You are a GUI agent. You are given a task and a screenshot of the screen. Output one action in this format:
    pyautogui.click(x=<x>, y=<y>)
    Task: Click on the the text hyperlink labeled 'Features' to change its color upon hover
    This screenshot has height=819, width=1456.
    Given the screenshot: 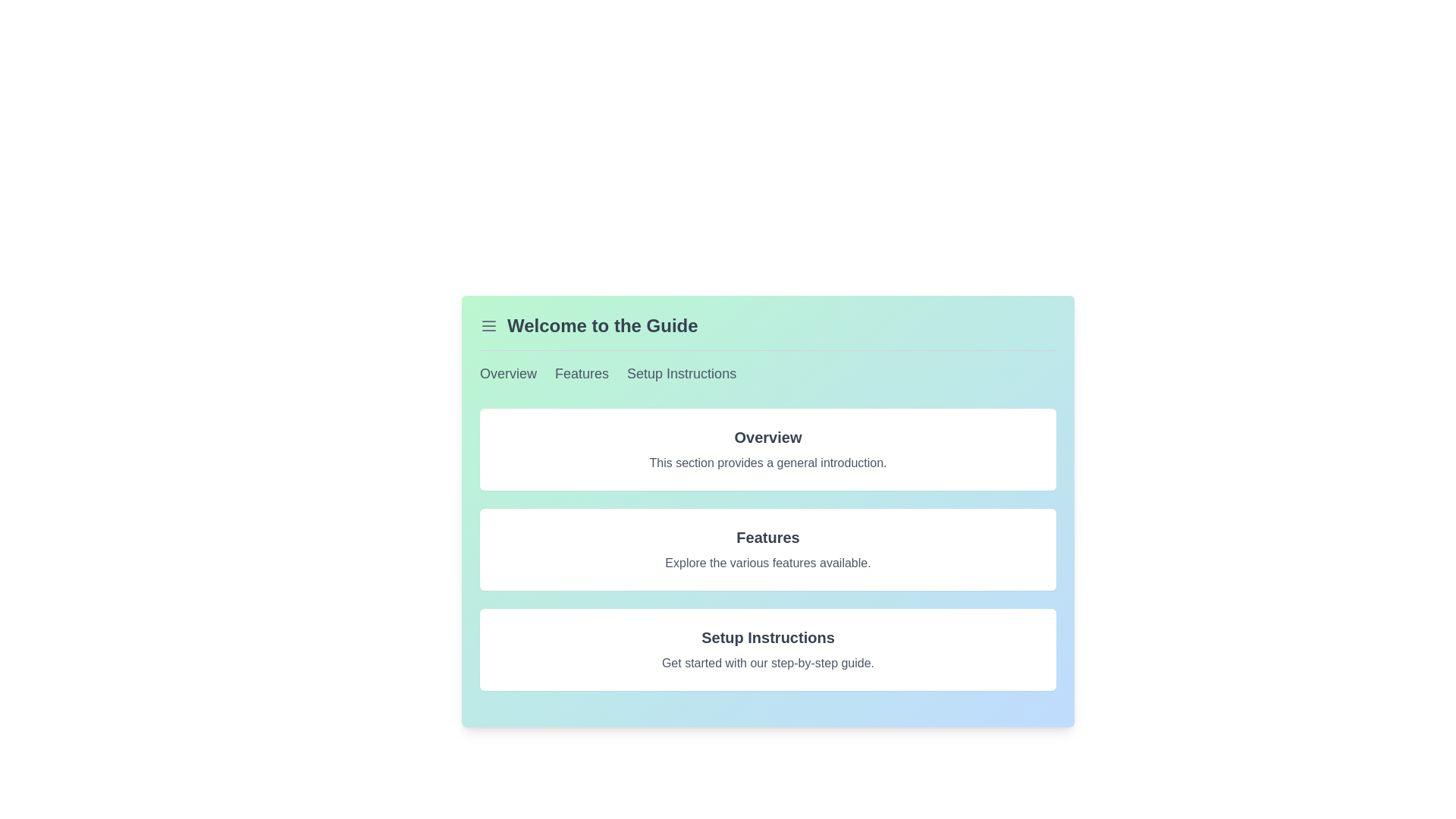 What is the action you would take?
    pyautogui.click(x=581, y=374)
    